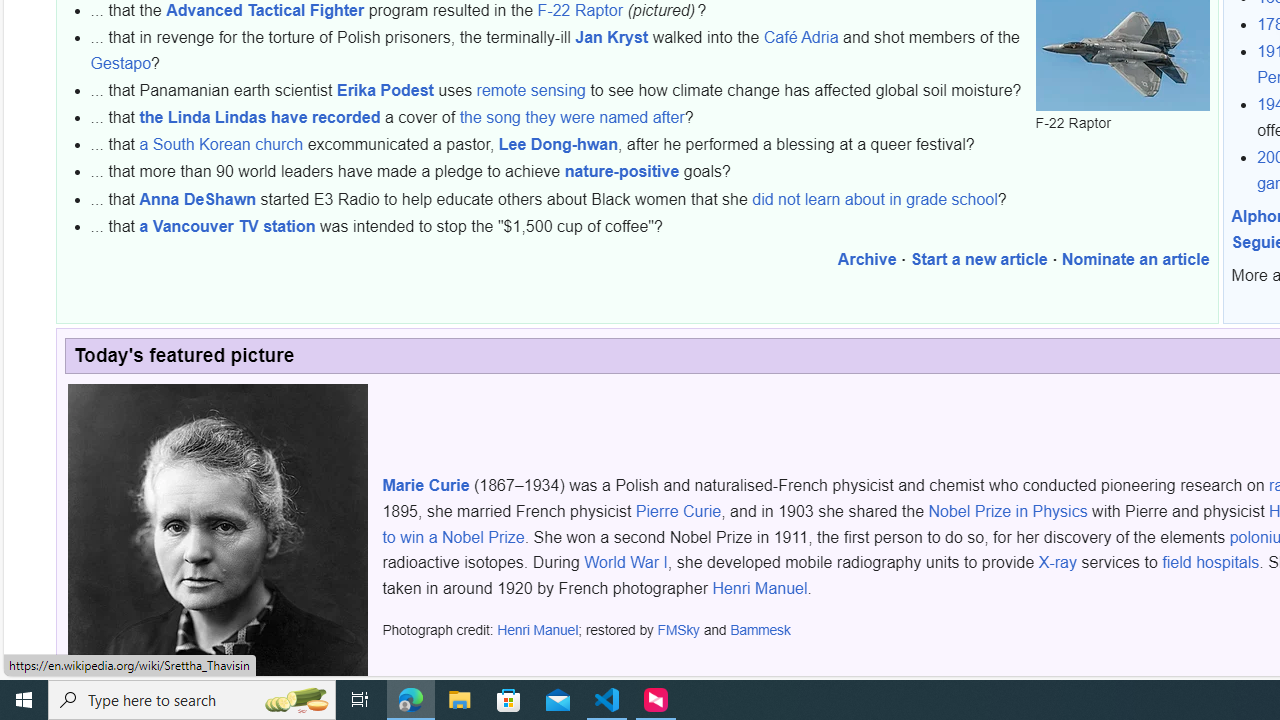 This screenshot has height=720, width=1280. Describe the element at coordinates (259, 117) in the screenshot. I see `'the Linda Lindas have recorded'` at that location.